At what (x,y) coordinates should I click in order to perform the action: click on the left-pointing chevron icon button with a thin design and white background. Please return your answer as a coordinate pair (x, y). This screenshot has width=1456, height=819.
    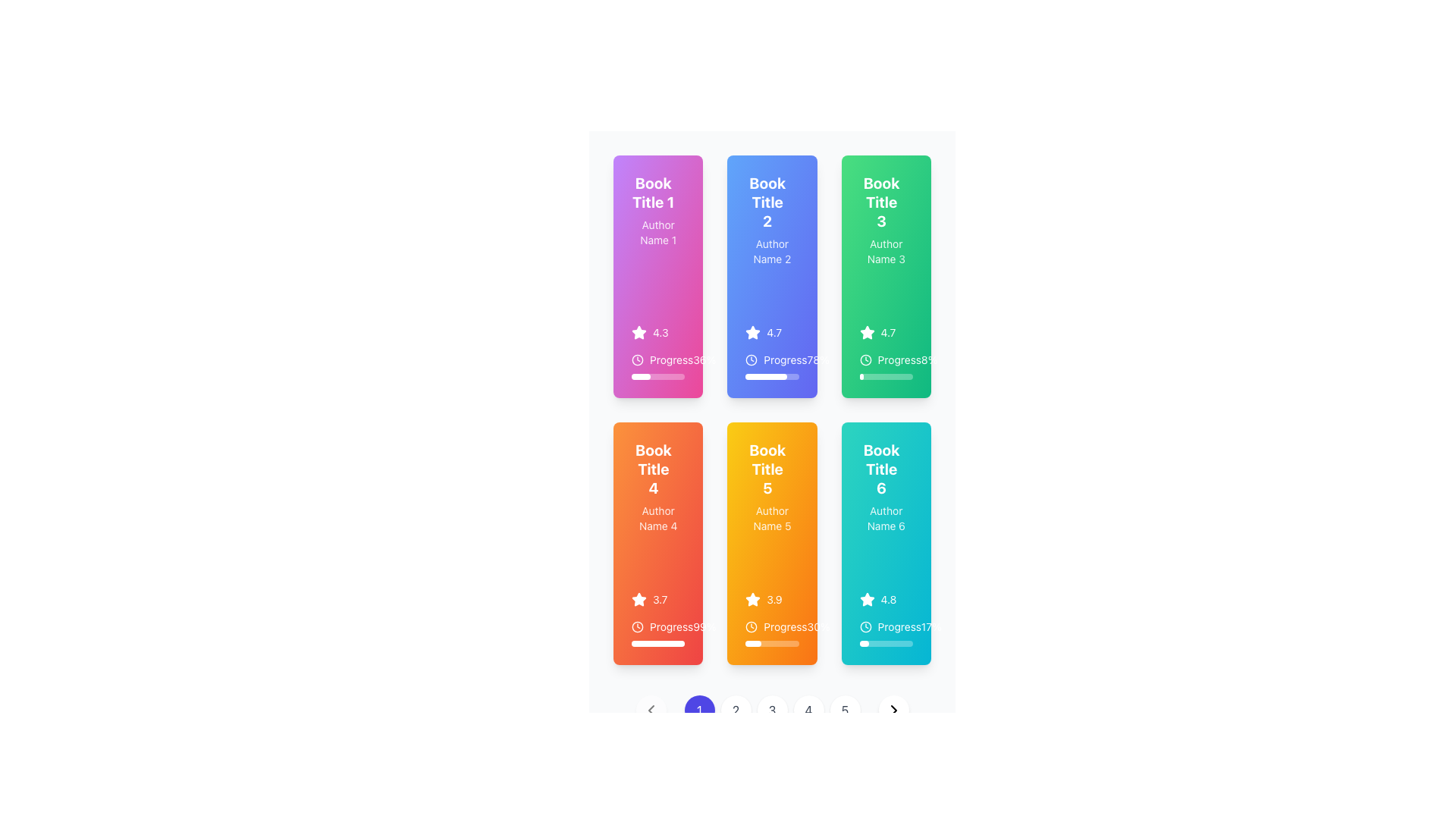
    Looking at the image, I should click on (651, 711).